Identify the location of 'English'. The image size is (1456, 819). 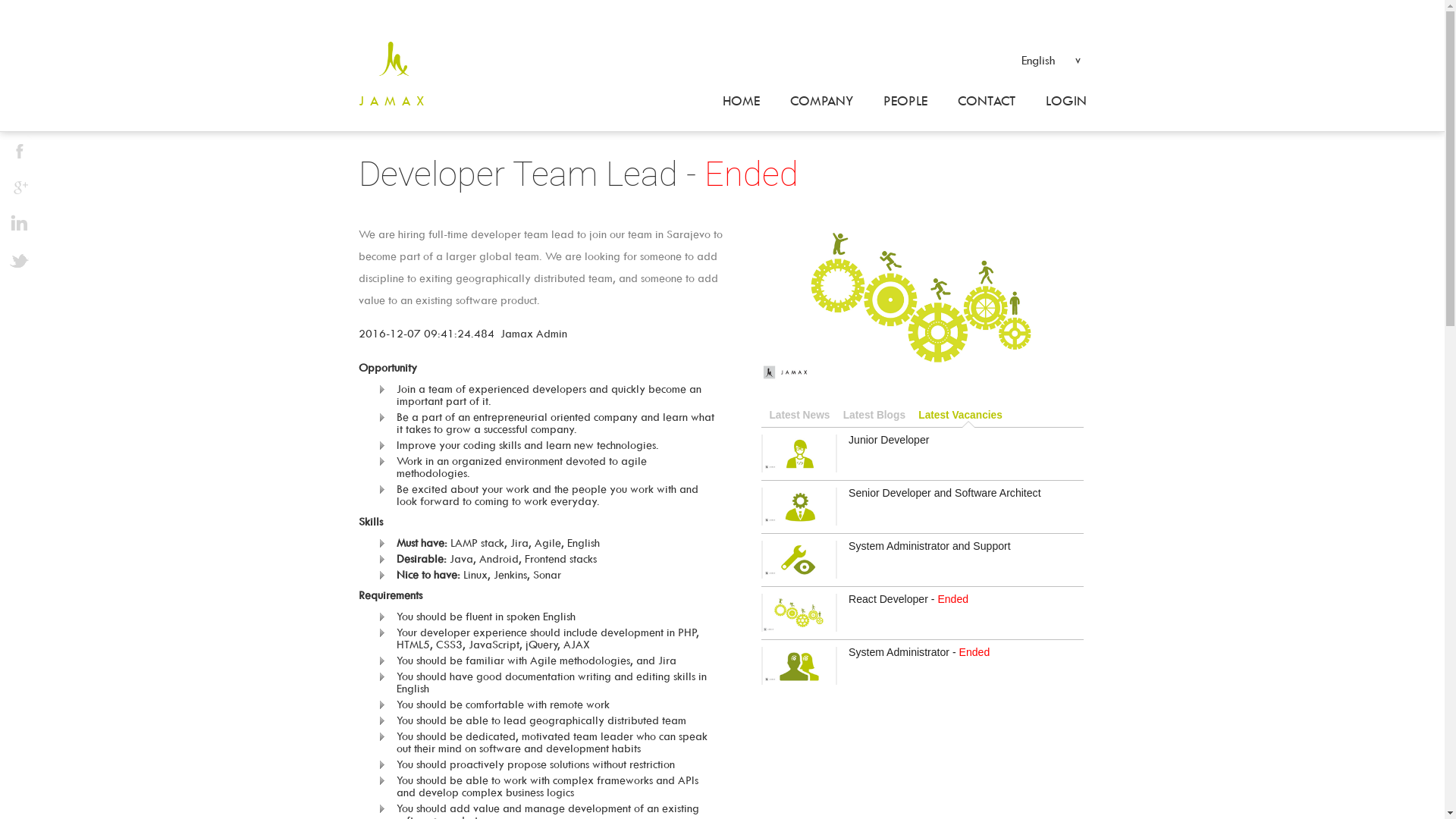
(1014, 58).